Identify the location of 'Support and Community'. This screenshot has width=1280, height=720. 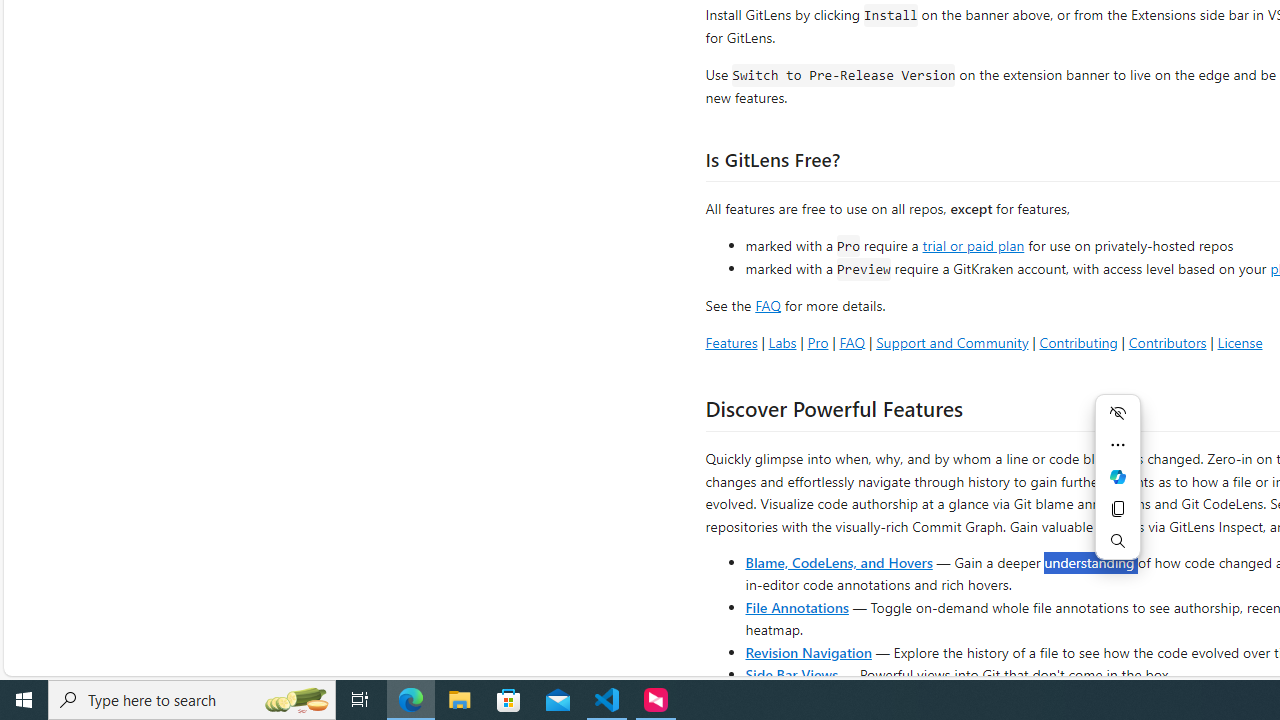
(951, 341).